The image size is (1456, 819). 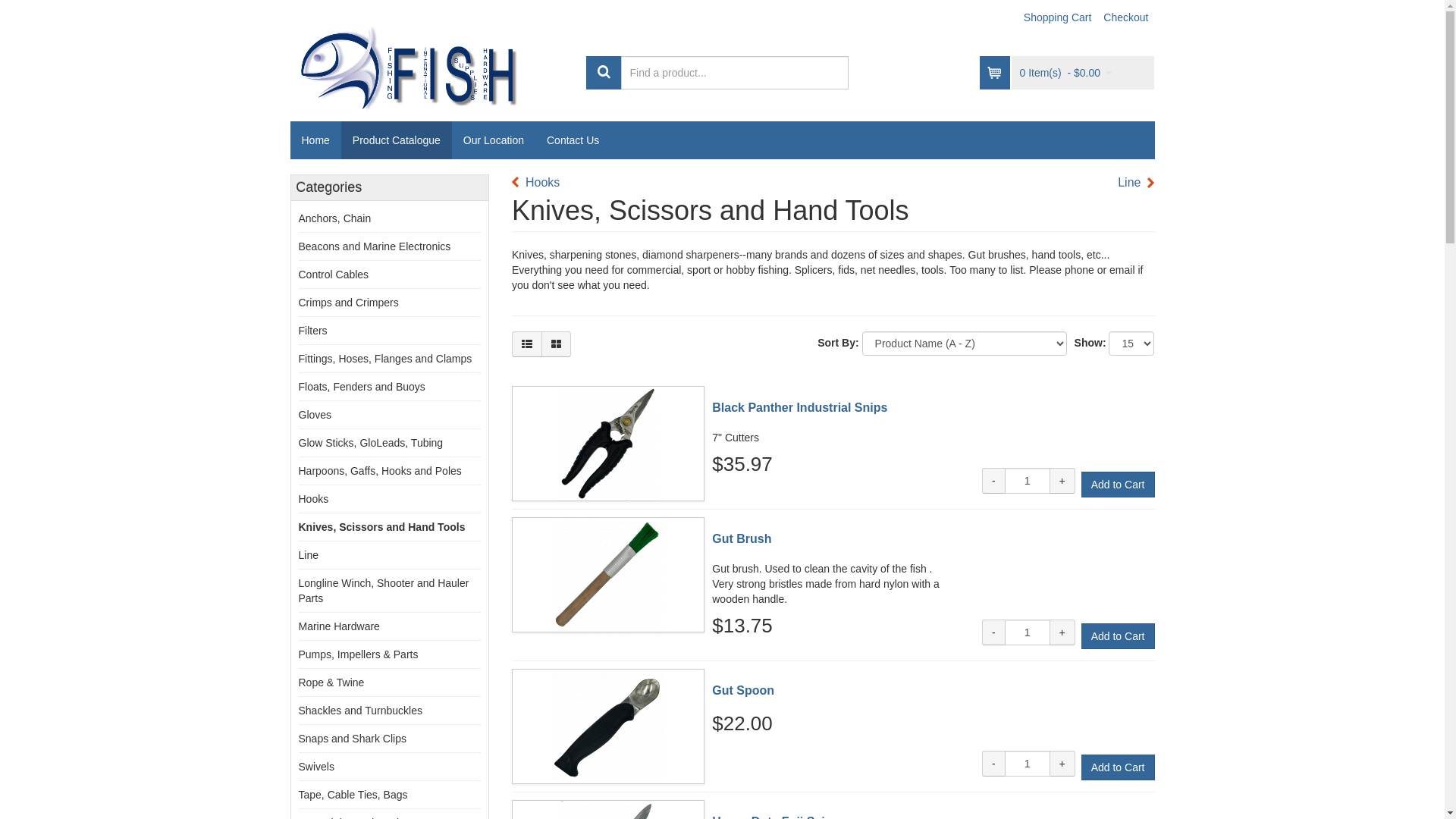 What do you see at coordinates (380, 470) in the screenshot?
I see `'Harpoons, Gaffs, Hooks and Poles'` at bounding box center [380, 470].